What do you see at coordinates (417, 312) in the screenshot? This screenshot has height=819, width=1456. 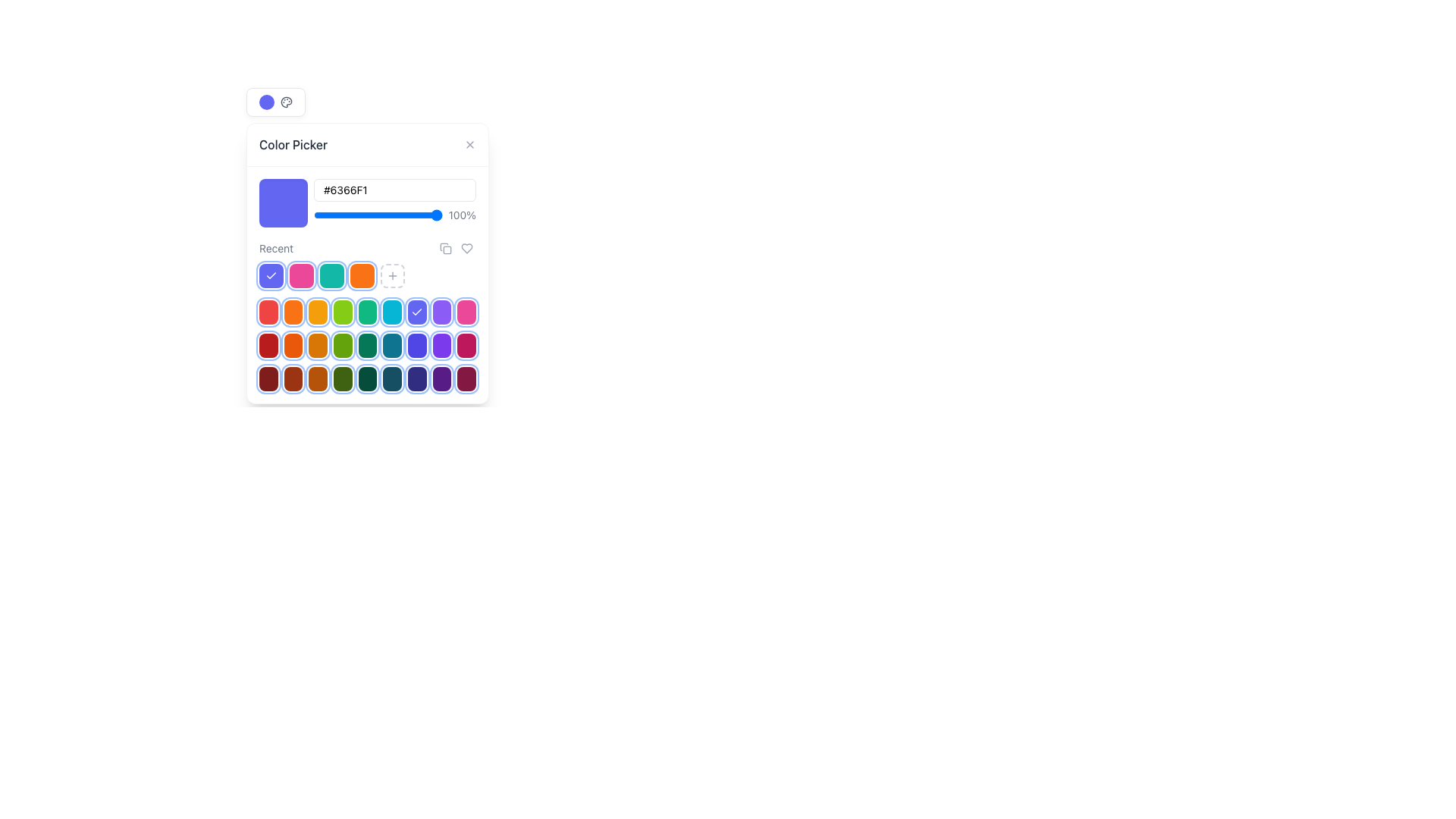 I see `the checkmark icon styled as a white stroke on a blue circular background for selection or confirmation` at bounding box center [417, 312].